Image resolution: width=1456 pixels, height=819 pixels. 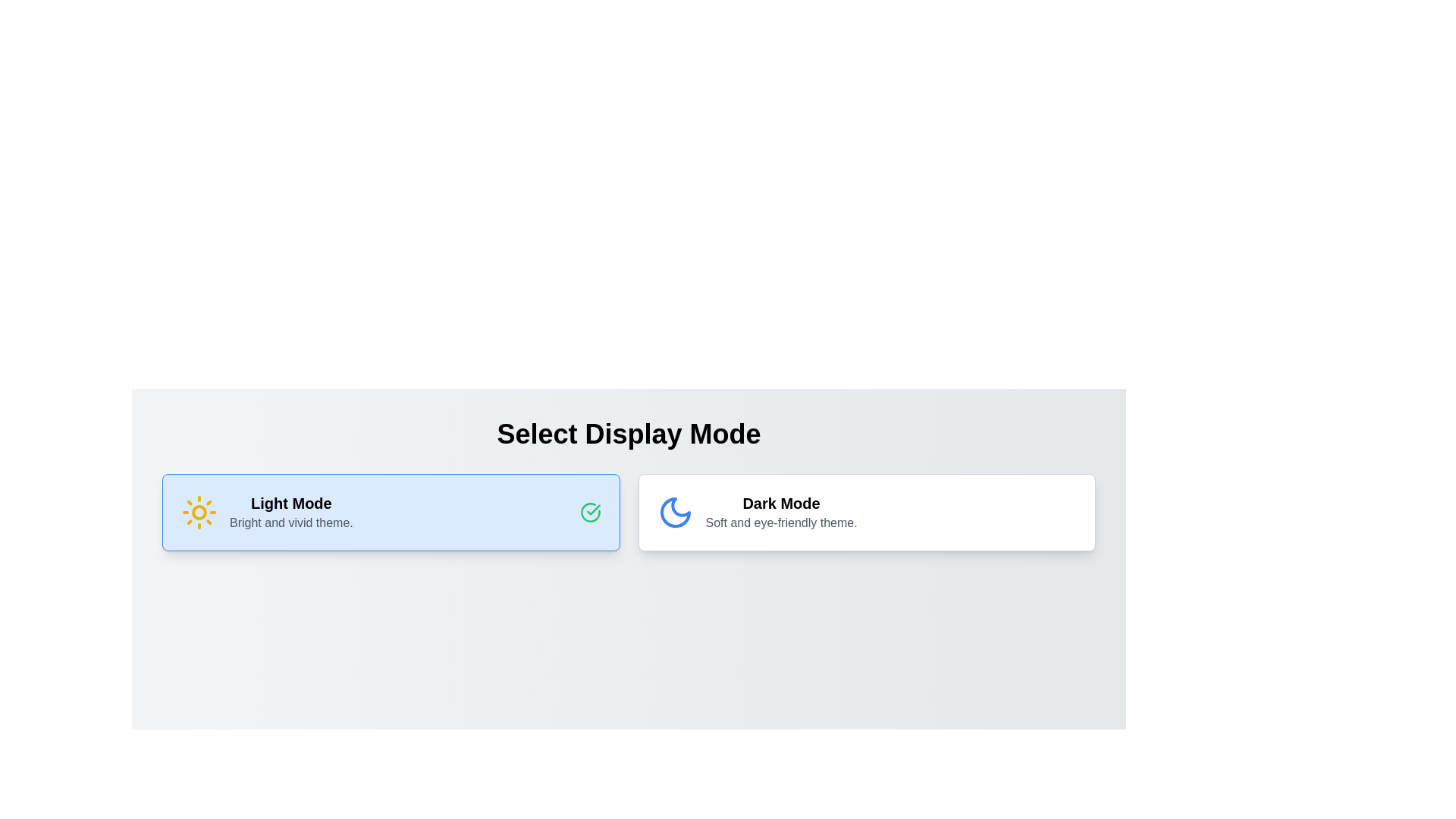 What do you see at coordinates (592, 510) in the screenshot?
I see `the green checkmark icon located in the top-right corner of the light blue card associated with 'Light Mode'` at bounding box center [592, 510].